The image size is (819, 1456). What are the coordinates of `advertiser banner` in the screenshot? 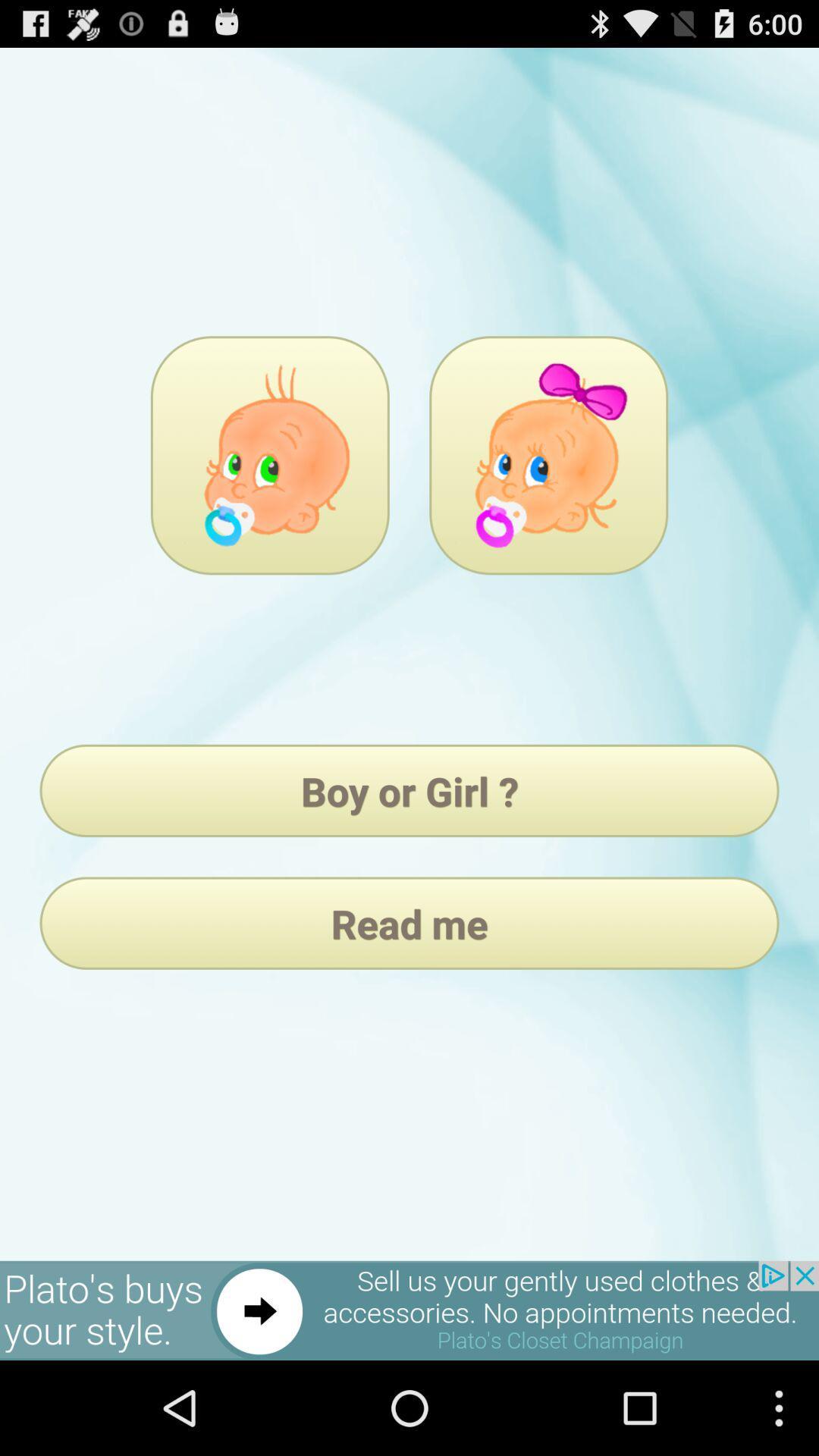 It's located at (409, 1310).